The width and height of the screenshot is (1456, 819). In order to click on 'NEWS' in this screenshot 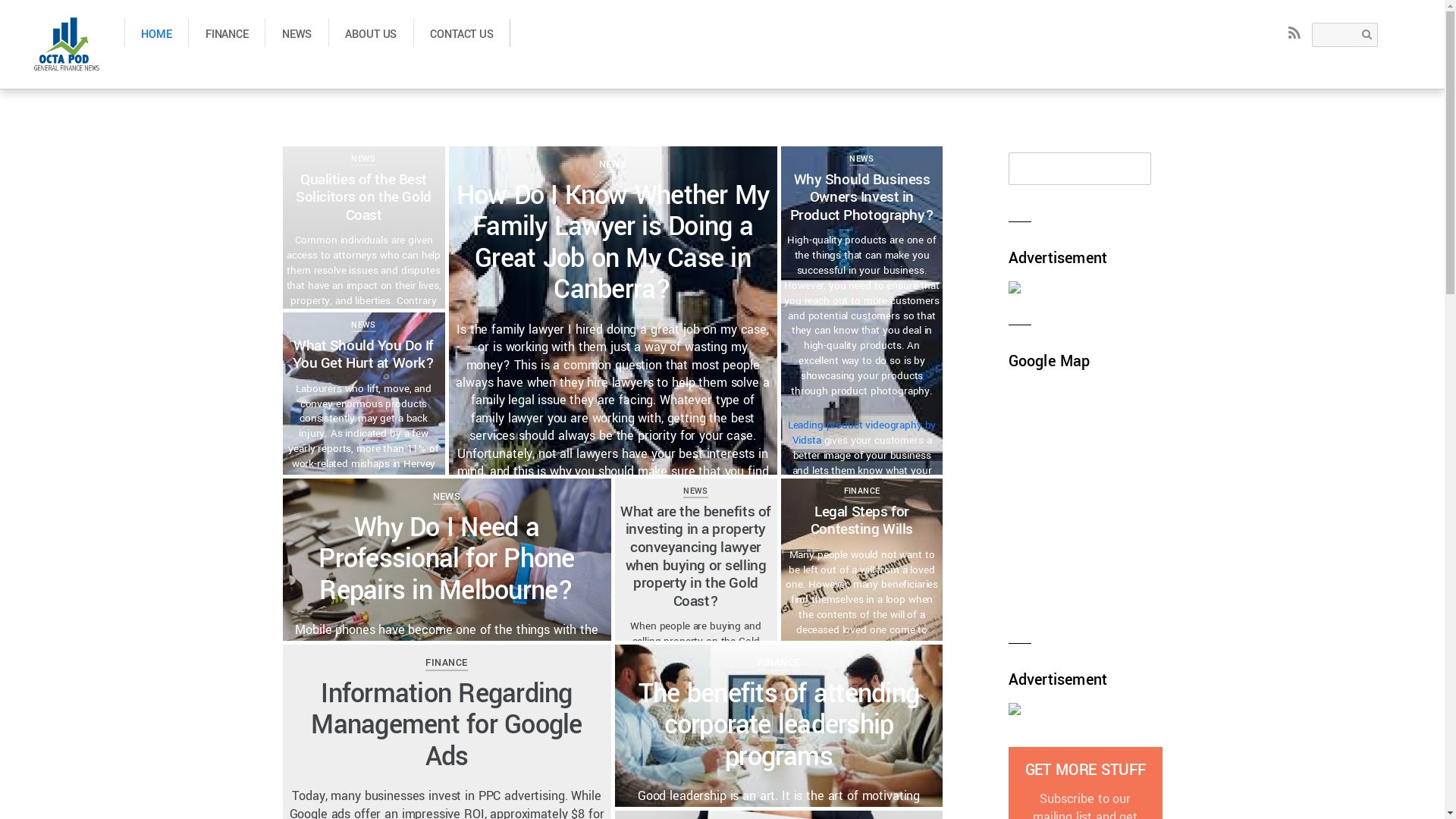, I will do `click(362, 324)`.